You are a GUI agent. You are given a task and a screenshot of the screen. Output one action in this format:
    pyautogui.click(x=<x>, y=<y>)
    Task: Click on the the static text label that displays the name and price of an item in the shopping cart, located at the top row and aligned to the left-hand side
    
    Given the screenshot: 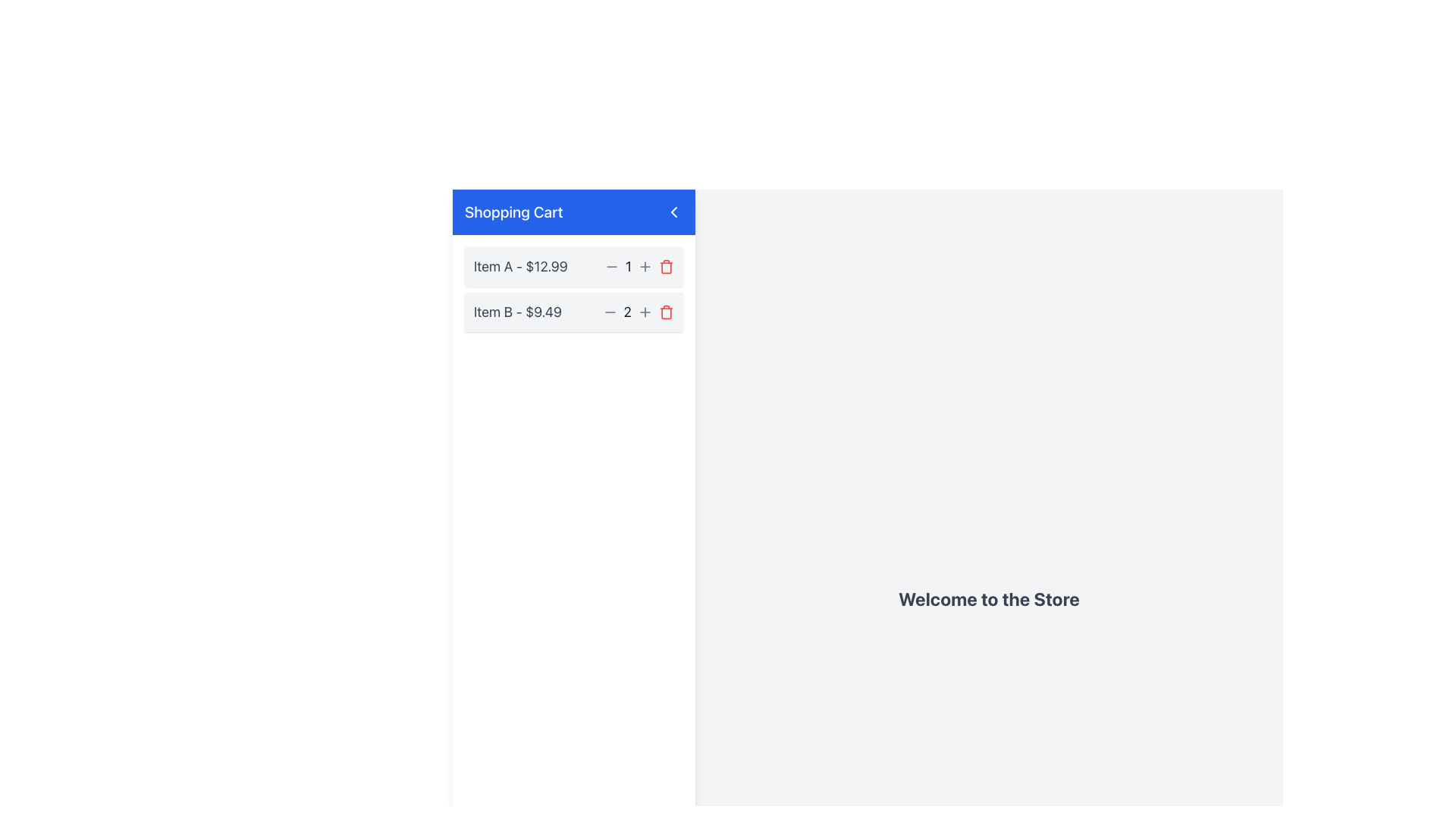 What is the action you would take?
    pyautogui.click(x=520, y=265)
    